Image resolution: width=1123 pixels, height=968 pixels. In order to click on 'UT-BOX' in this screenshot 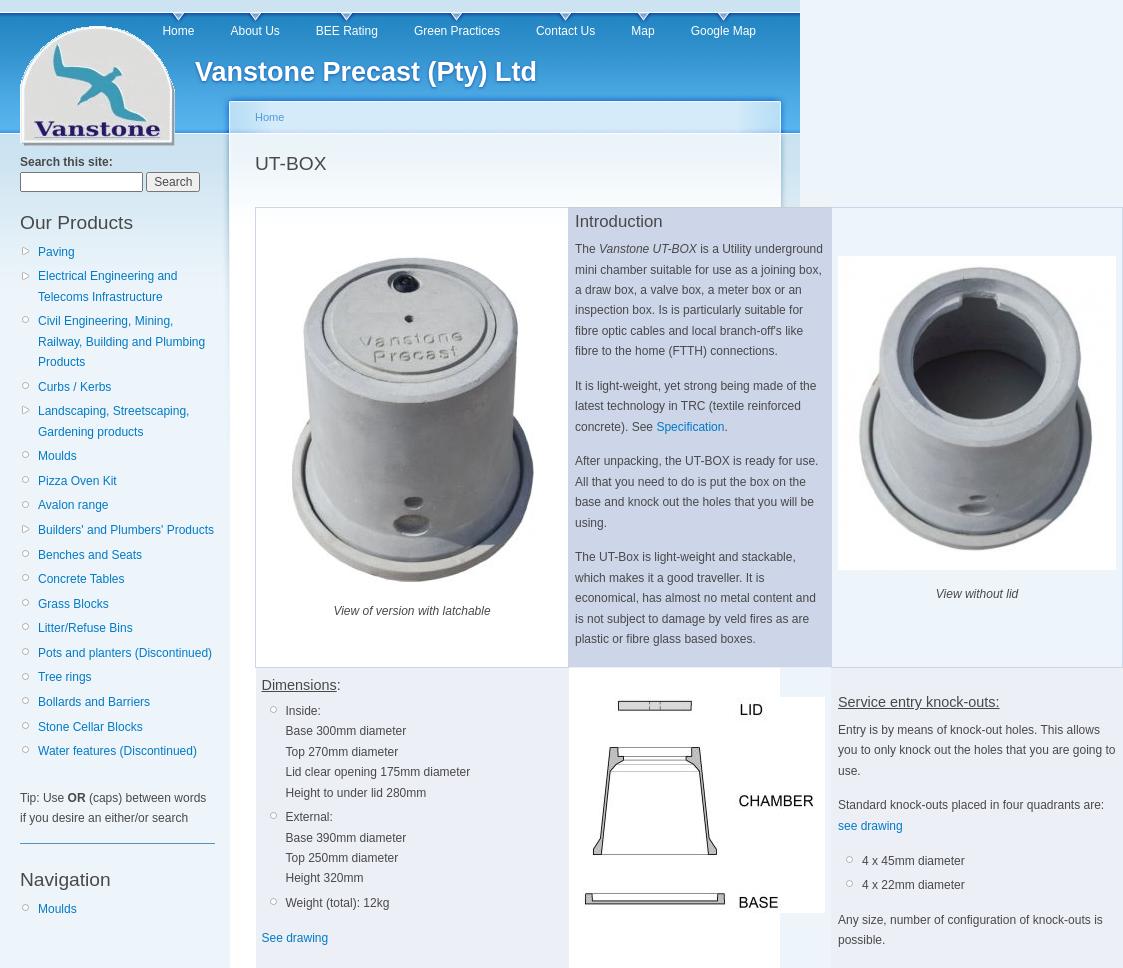, I will do `click(255, 163)`.